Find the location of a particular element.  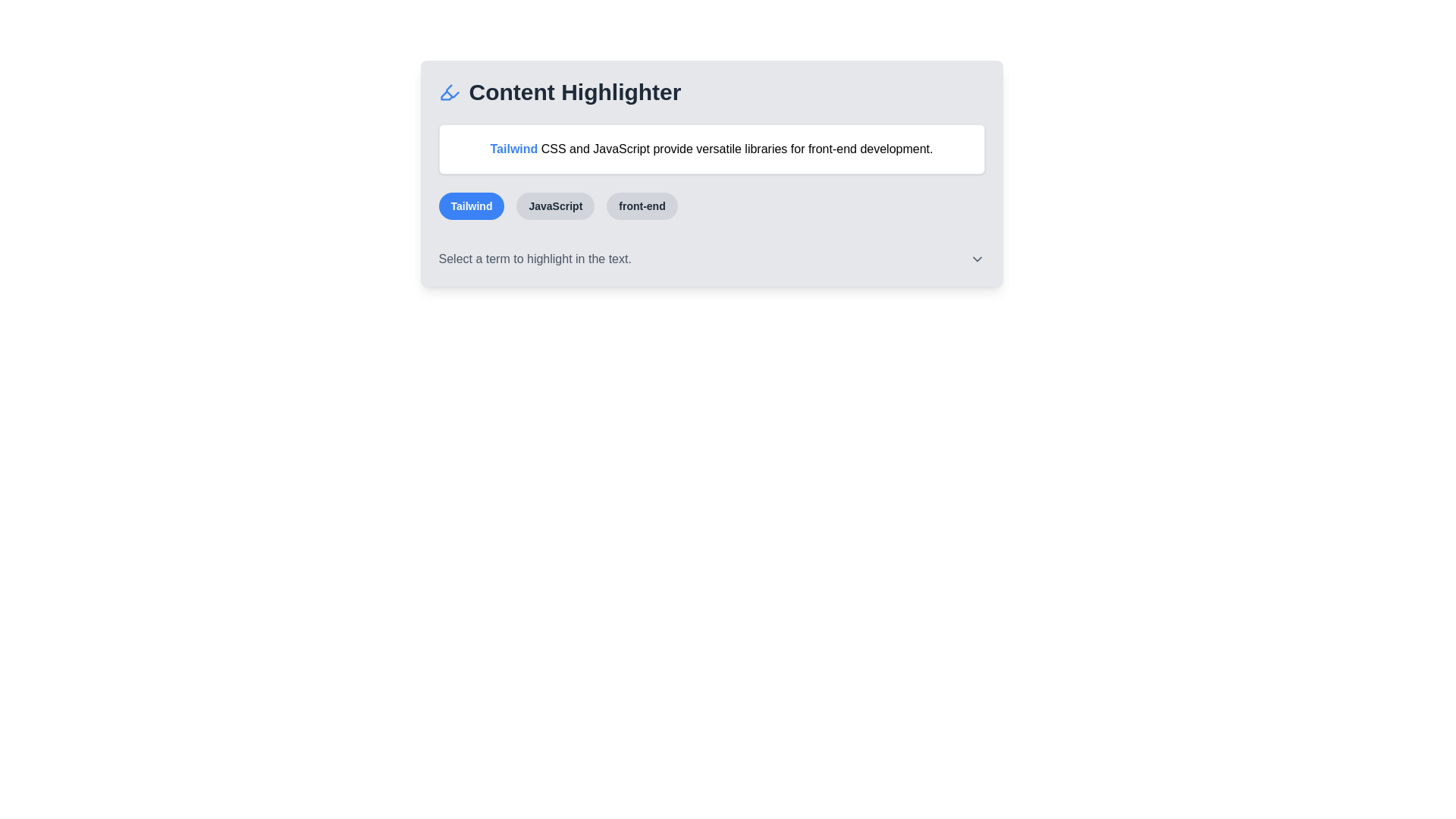

the third button labeled 'Front-end' in the horizontally aligned list of buttons beneath the text box is located at coordinates (642, 206).